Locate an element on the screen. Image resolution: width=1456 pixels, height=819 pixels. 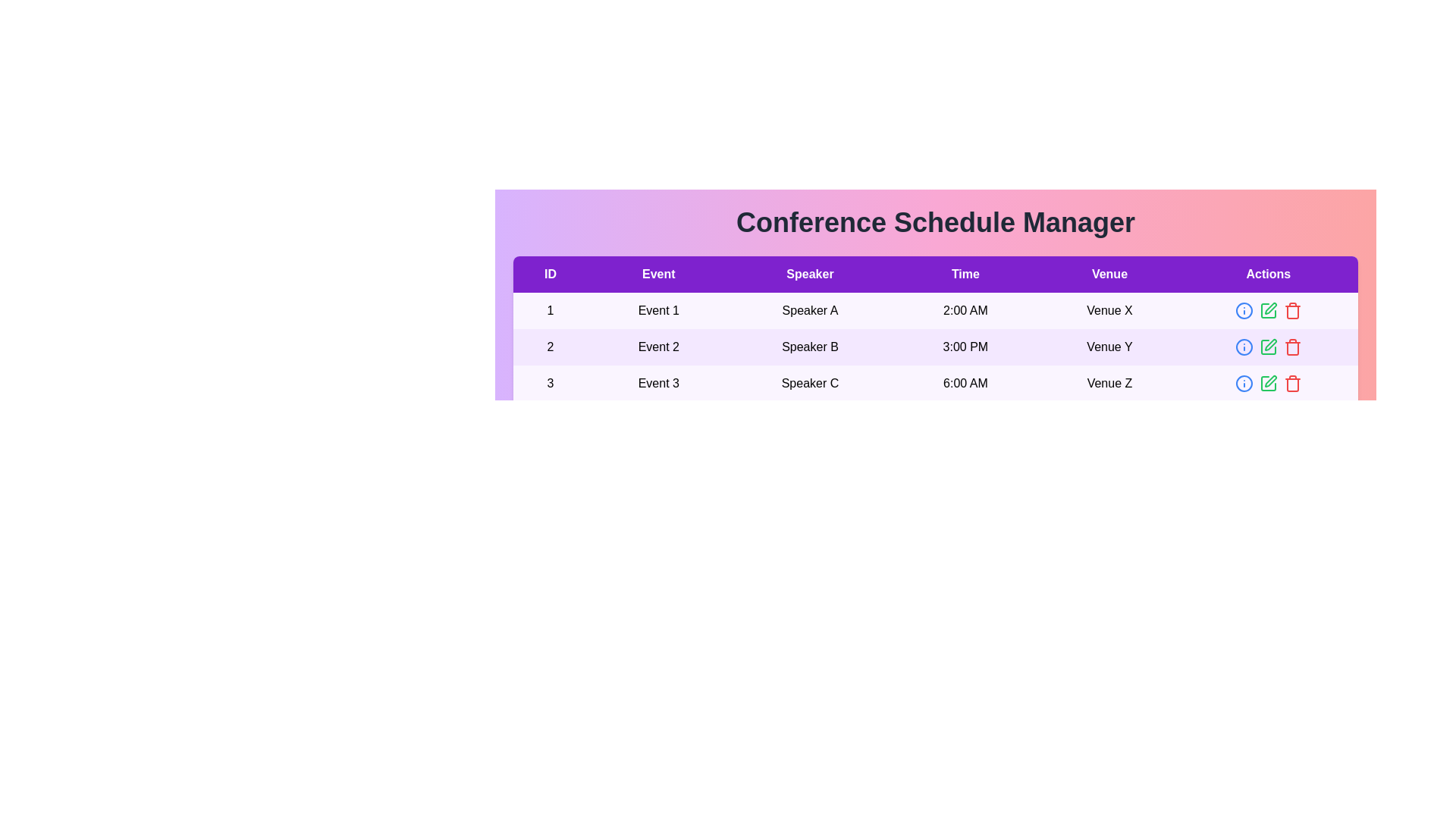
the row corresponding to 3 is located at coordinates (934, 382).